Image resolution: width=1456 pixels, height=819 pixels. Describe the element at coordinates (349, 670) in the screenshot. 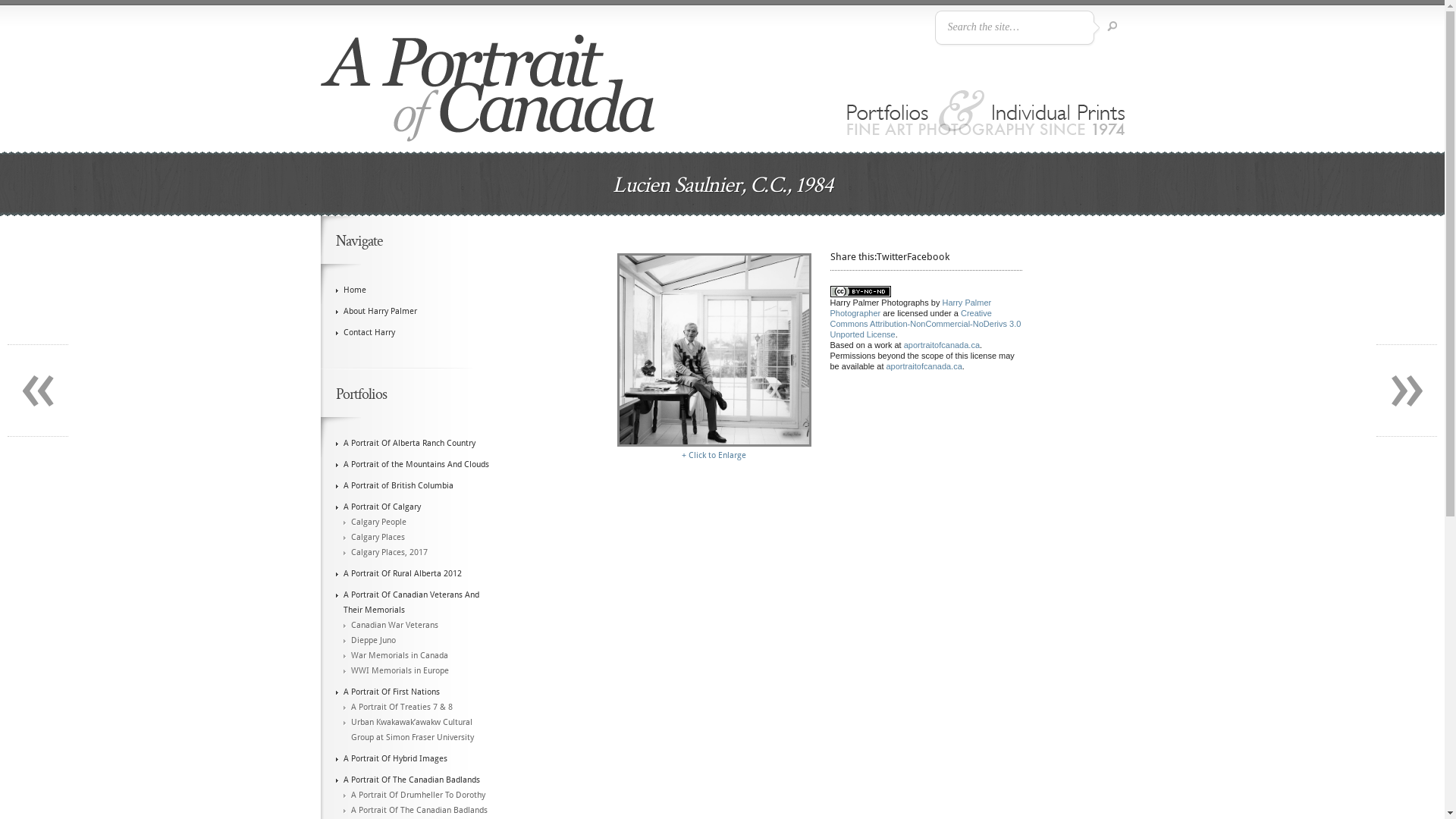

I see `'WWI Memorials in Europe'` at that location.